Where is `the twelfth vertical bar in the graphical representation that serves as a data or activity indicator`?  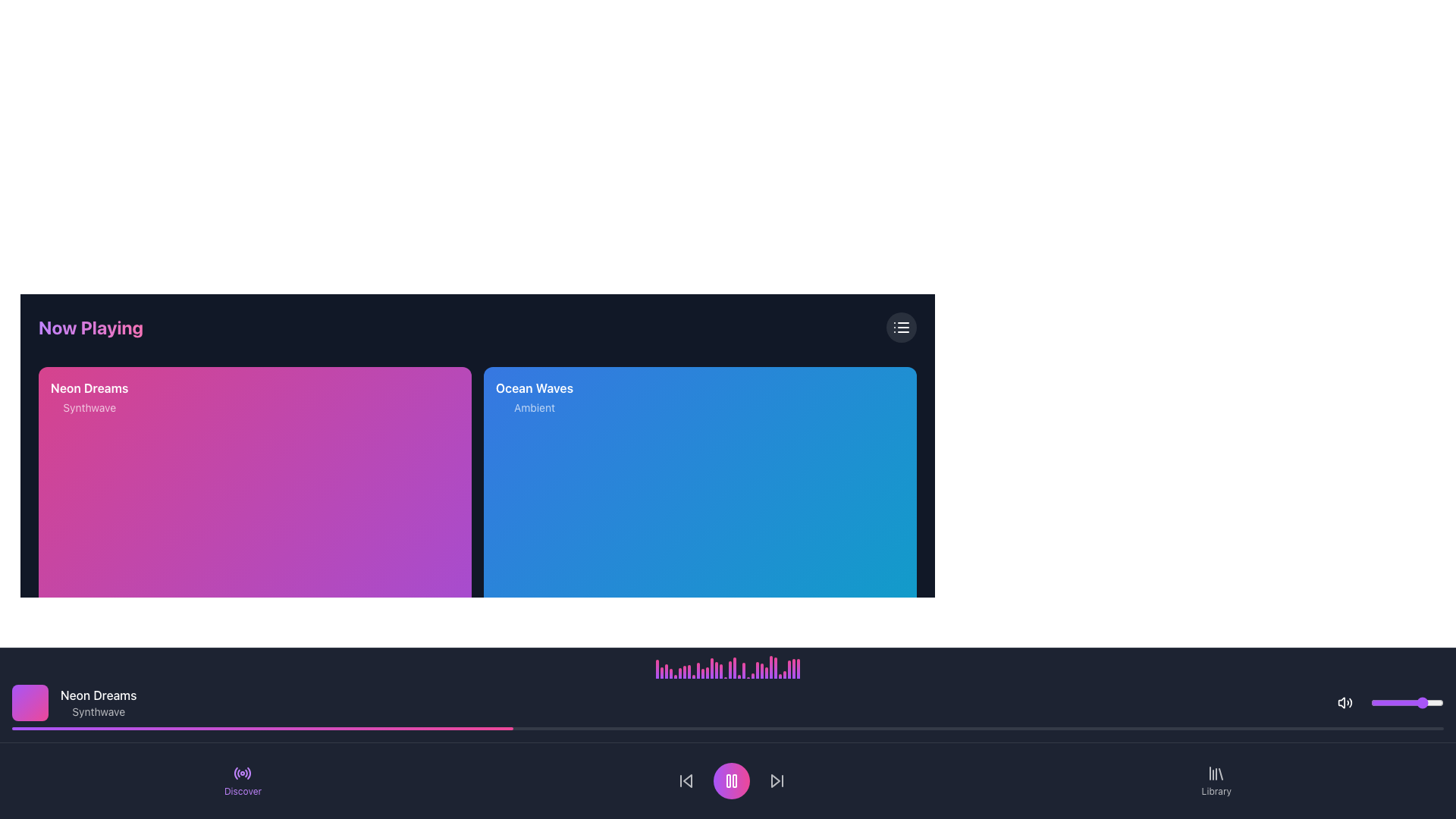
the twelfth vertical bar in the graphical representation that serves as a data or activity indicator is located at coordinates (706, 671).